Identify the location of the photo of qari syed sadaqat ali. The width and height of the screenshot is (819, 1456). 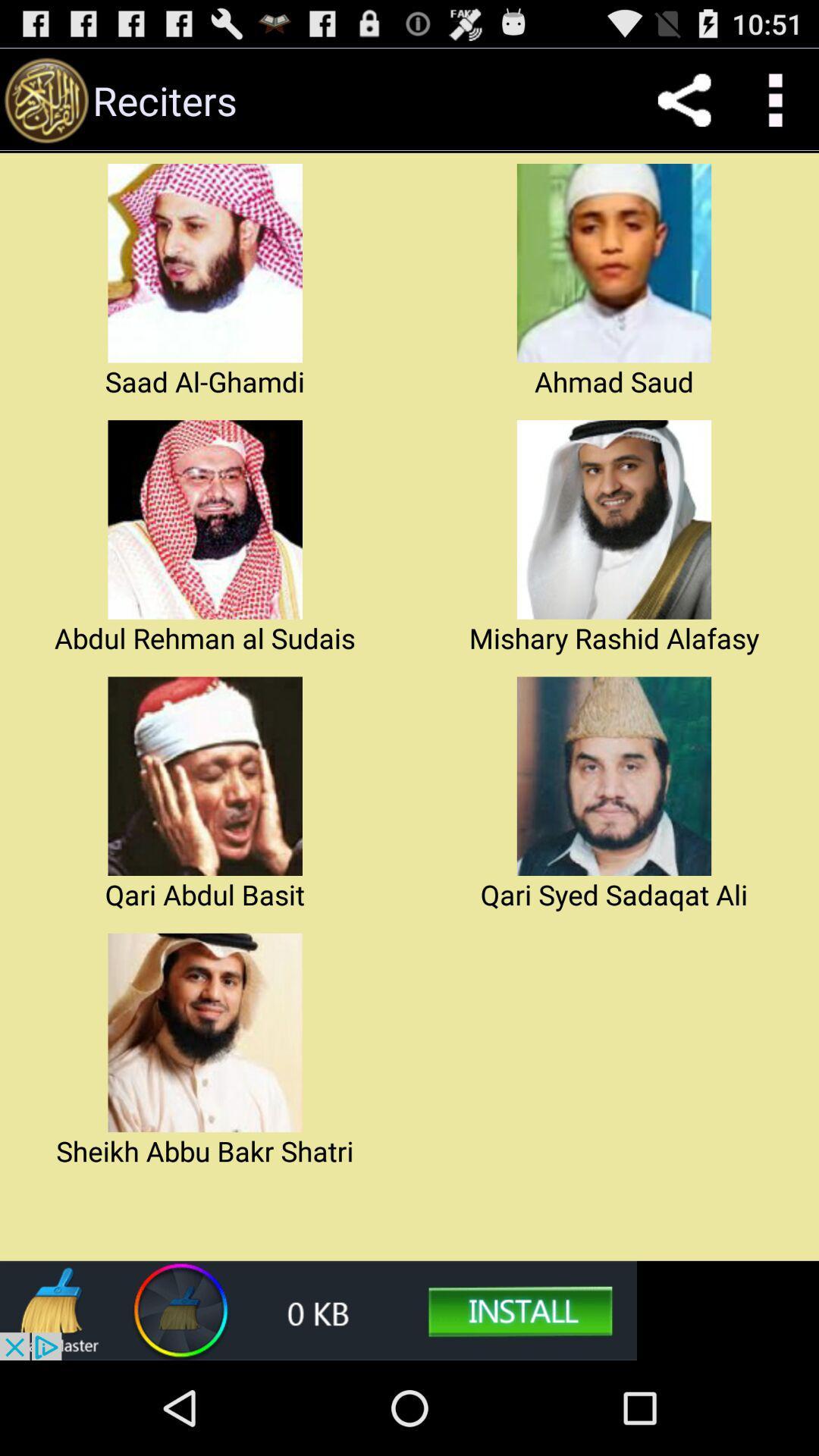
(614, 776).